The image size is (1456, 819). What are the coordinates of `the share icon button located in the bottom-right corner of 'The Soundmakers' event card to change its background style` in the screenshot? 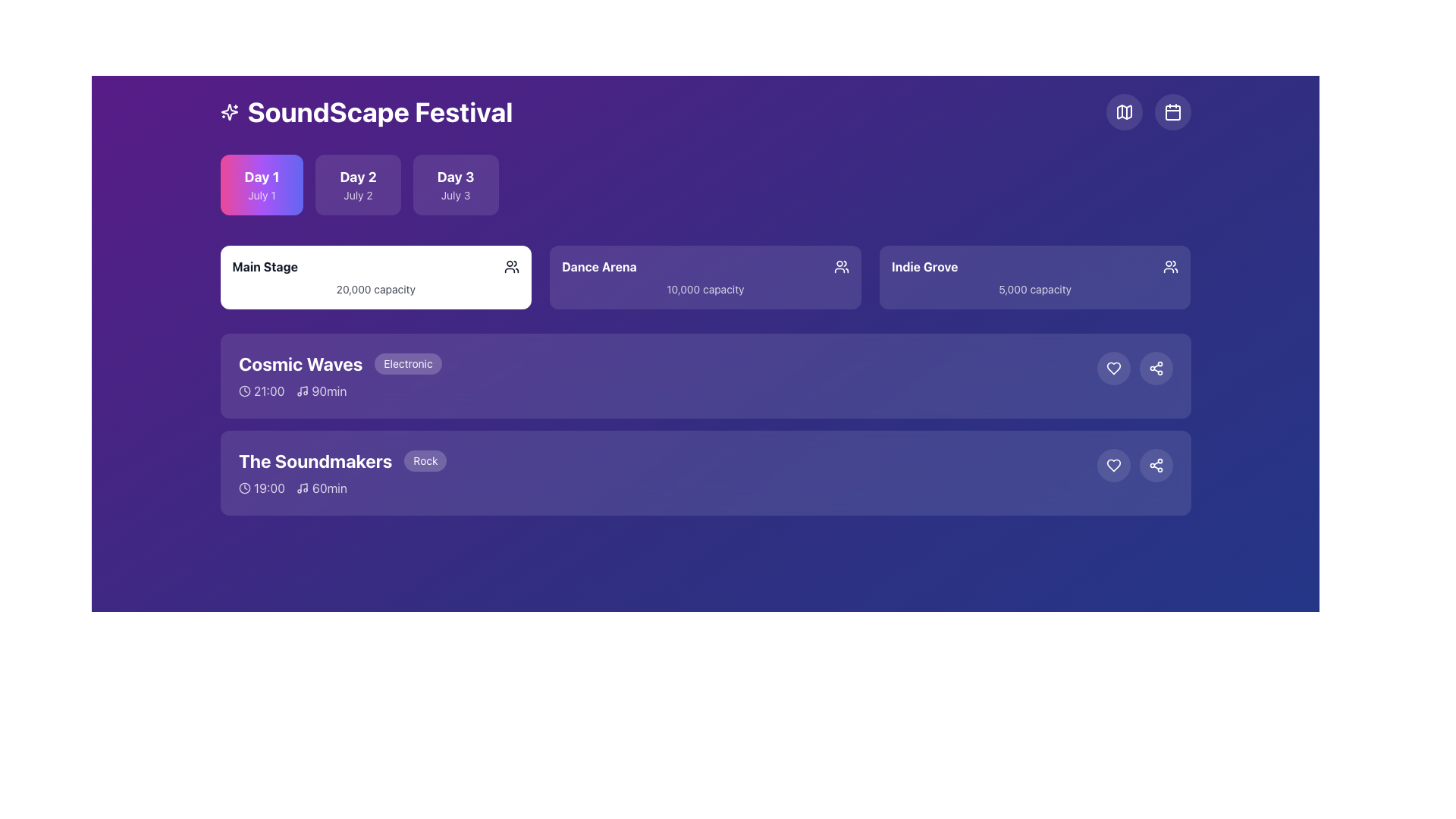 It's located at (1155, 369).